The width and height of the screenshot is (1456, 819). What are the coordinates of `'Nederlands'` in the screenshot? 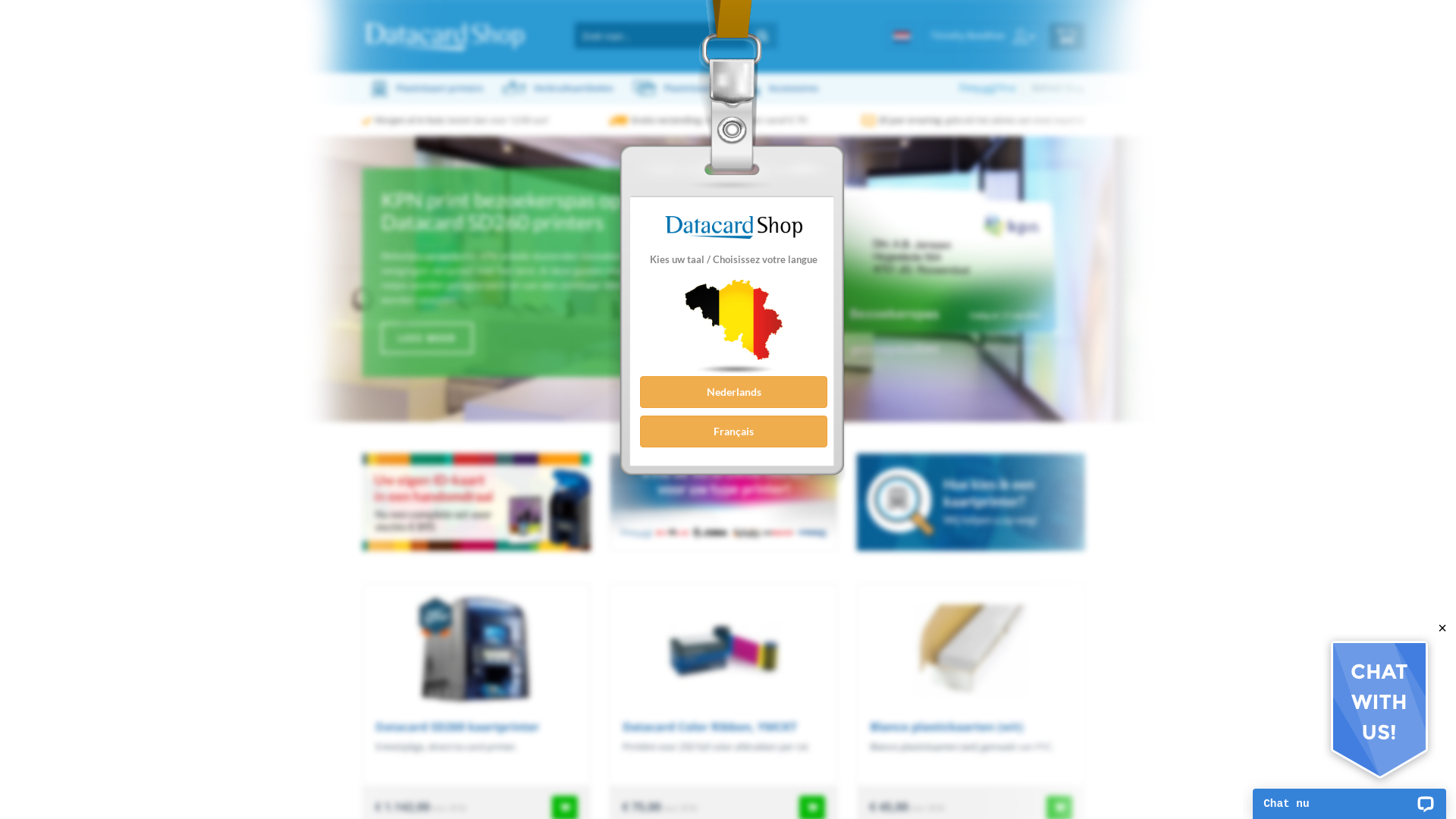 It's located at (640, 391).